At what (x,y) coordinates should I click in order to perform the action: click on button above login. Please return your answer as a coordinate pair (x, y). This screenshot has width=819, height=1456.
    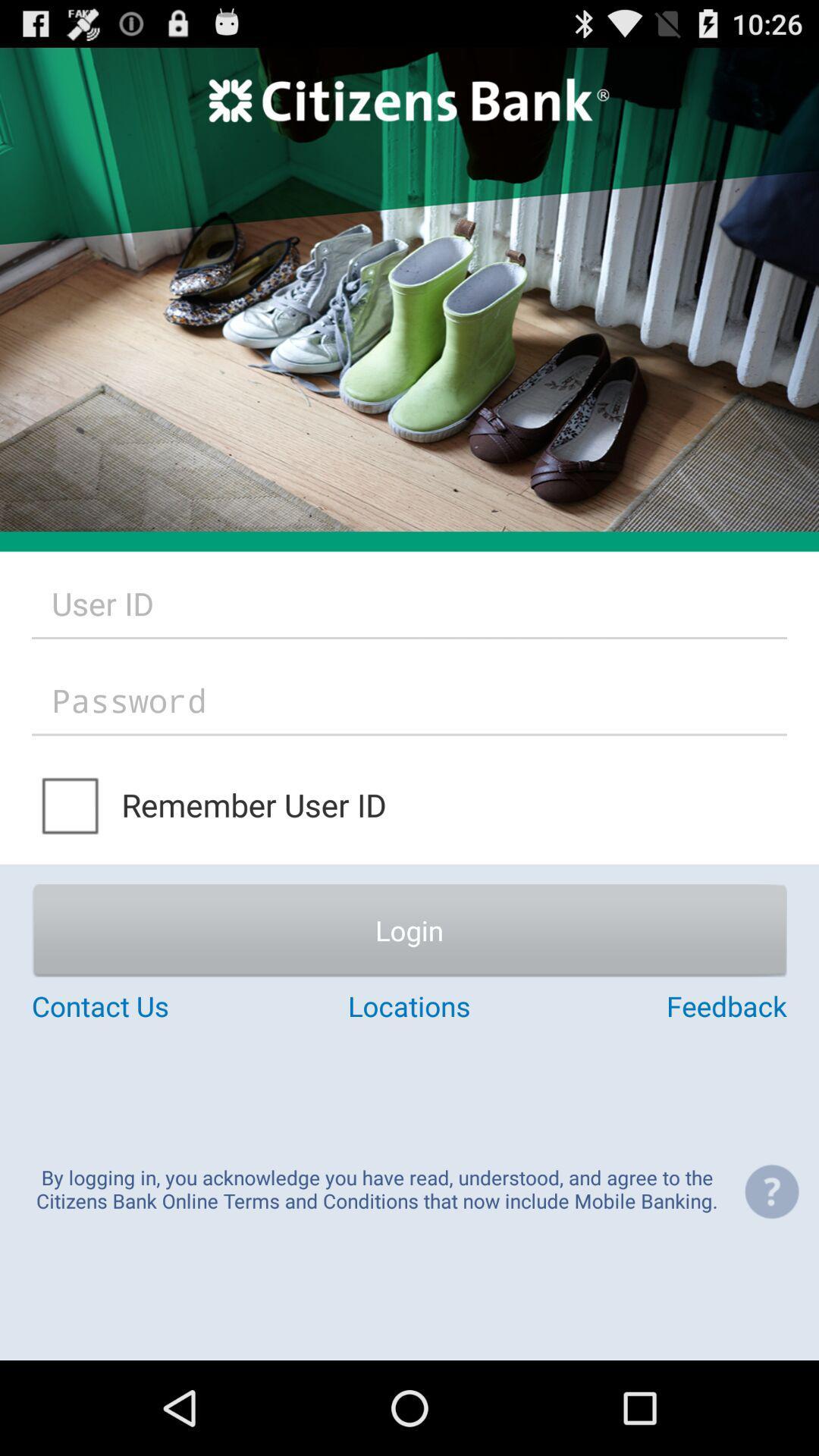
    Looking at the image, I should click on (71, 804).